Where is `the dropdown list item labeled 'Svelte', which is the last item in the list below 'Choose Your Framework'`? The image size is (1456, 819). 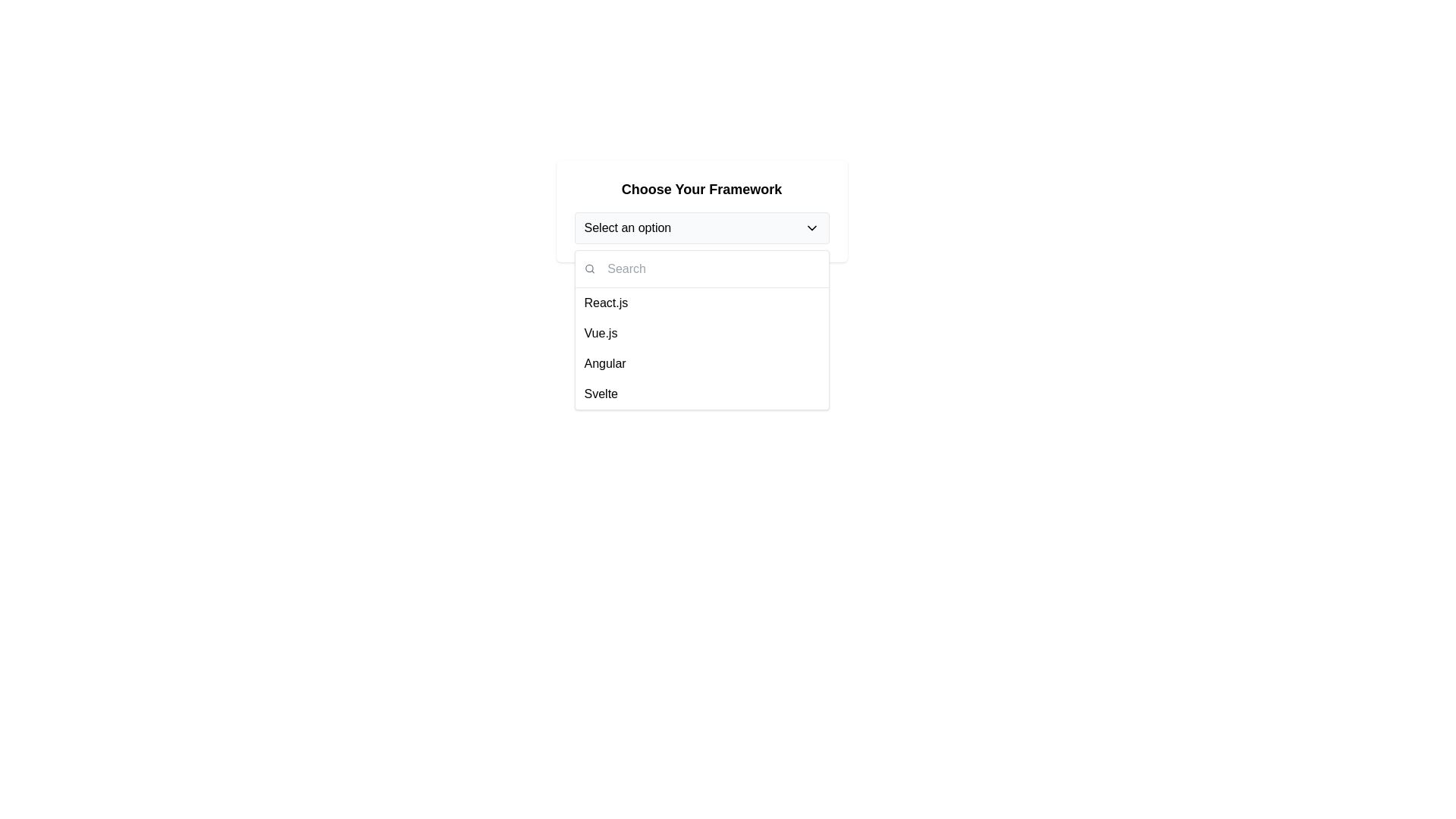 the dropdown list item labeled 'Svelte', which is the last item in the list below 'Choose Your Framework' is located at coordinates (701, 394).